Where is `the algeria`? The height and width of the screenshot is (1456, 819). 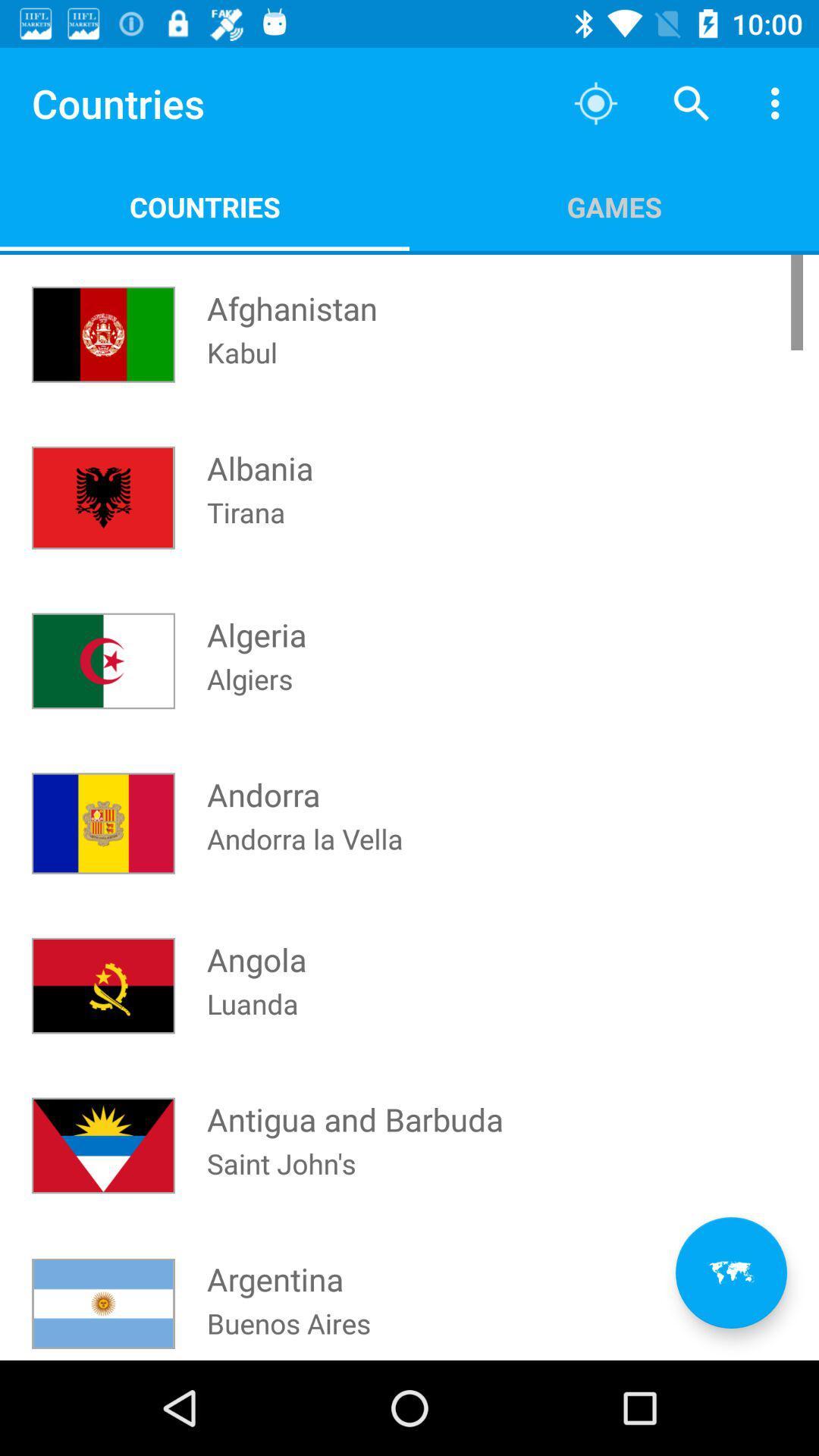 the algeria is located at coordinates (256, 620).